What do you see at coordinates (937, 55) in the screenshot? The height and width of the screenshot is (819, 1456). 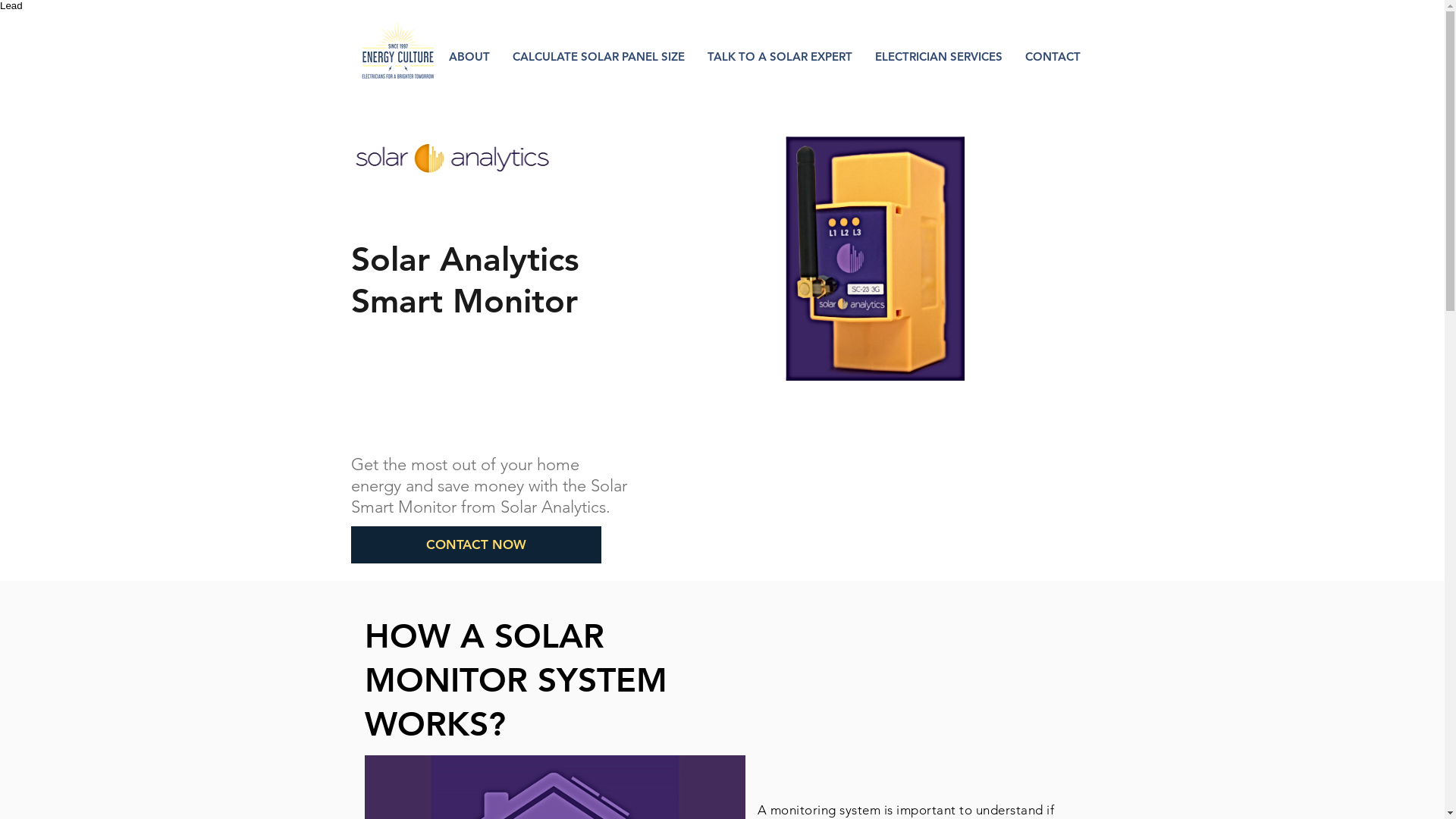 I see `'ELECTRICIAN SERVICES'` at bounding box center [937, 55].